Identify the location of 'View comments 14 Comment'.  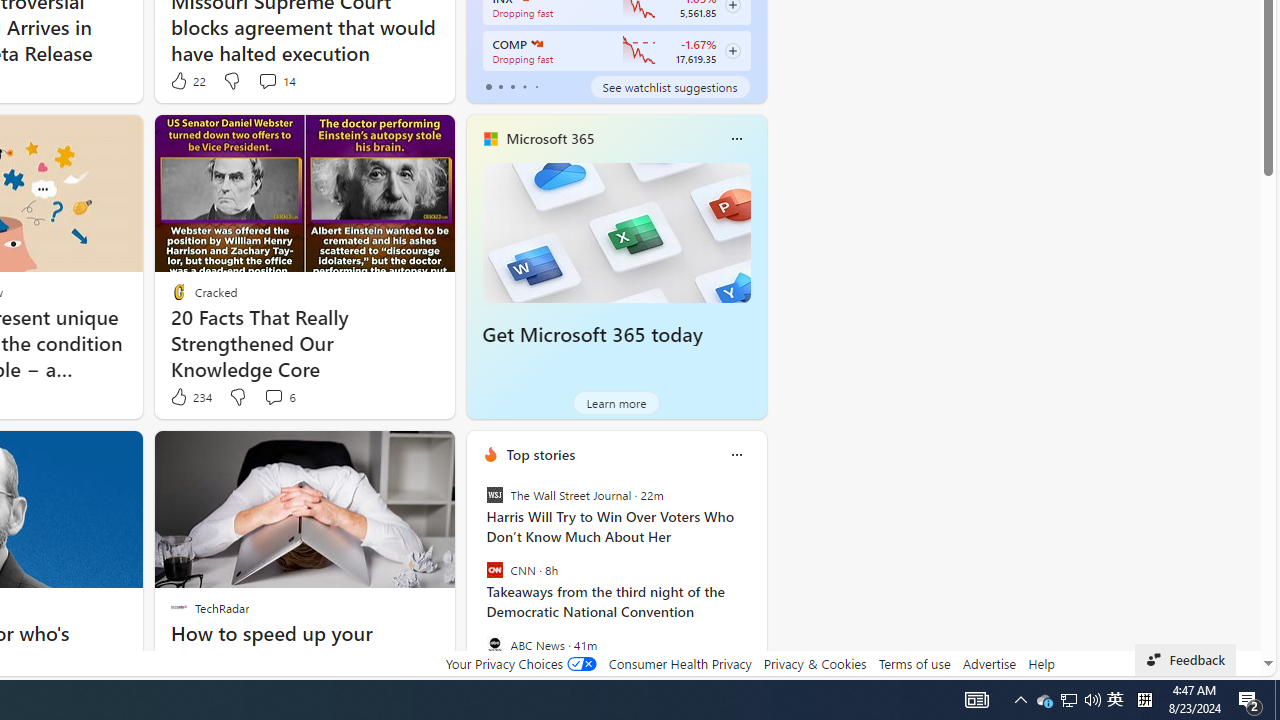
(266, 80).